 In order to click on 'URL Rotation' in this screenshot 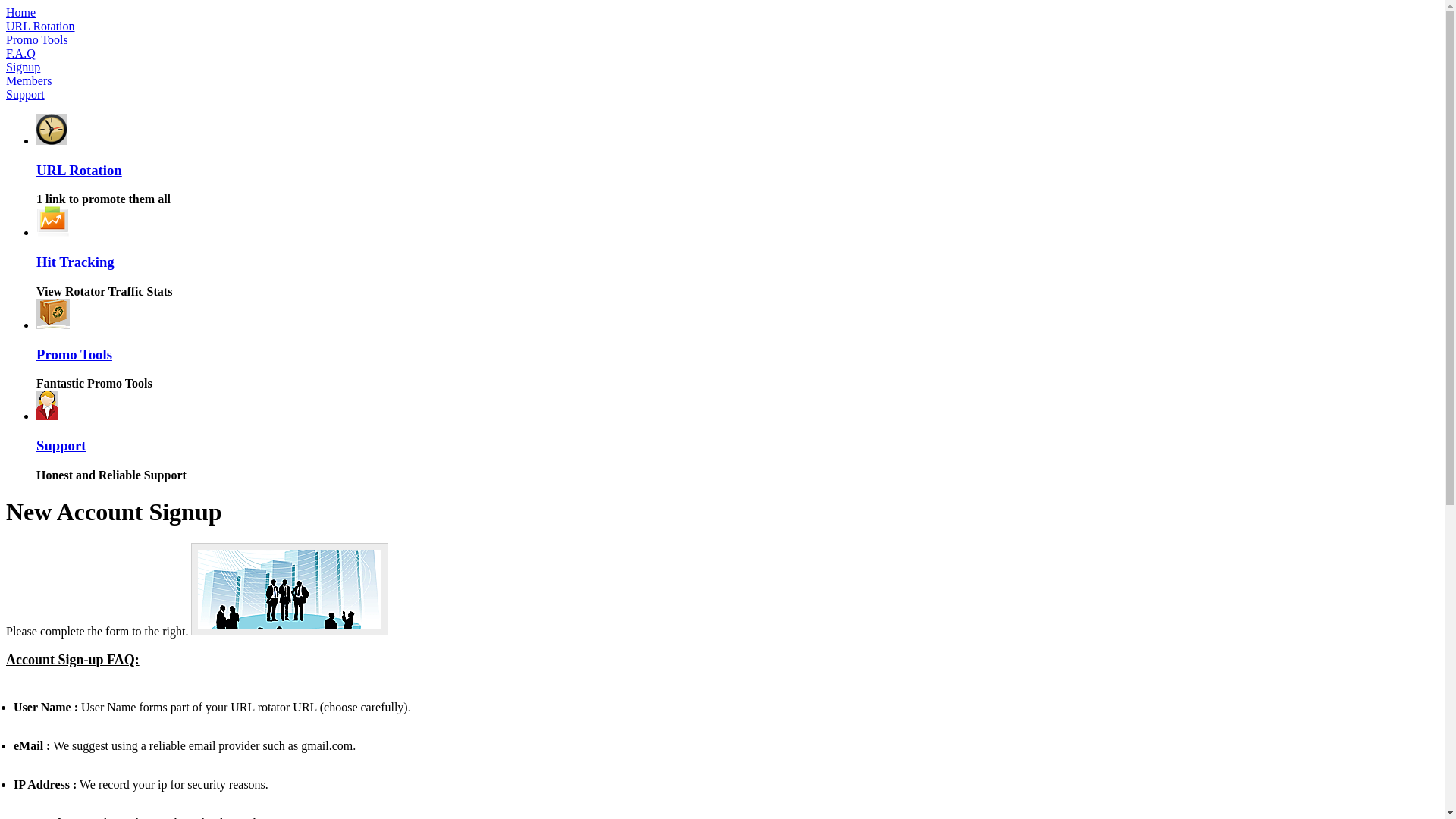, I will do `click(40, 26)`.